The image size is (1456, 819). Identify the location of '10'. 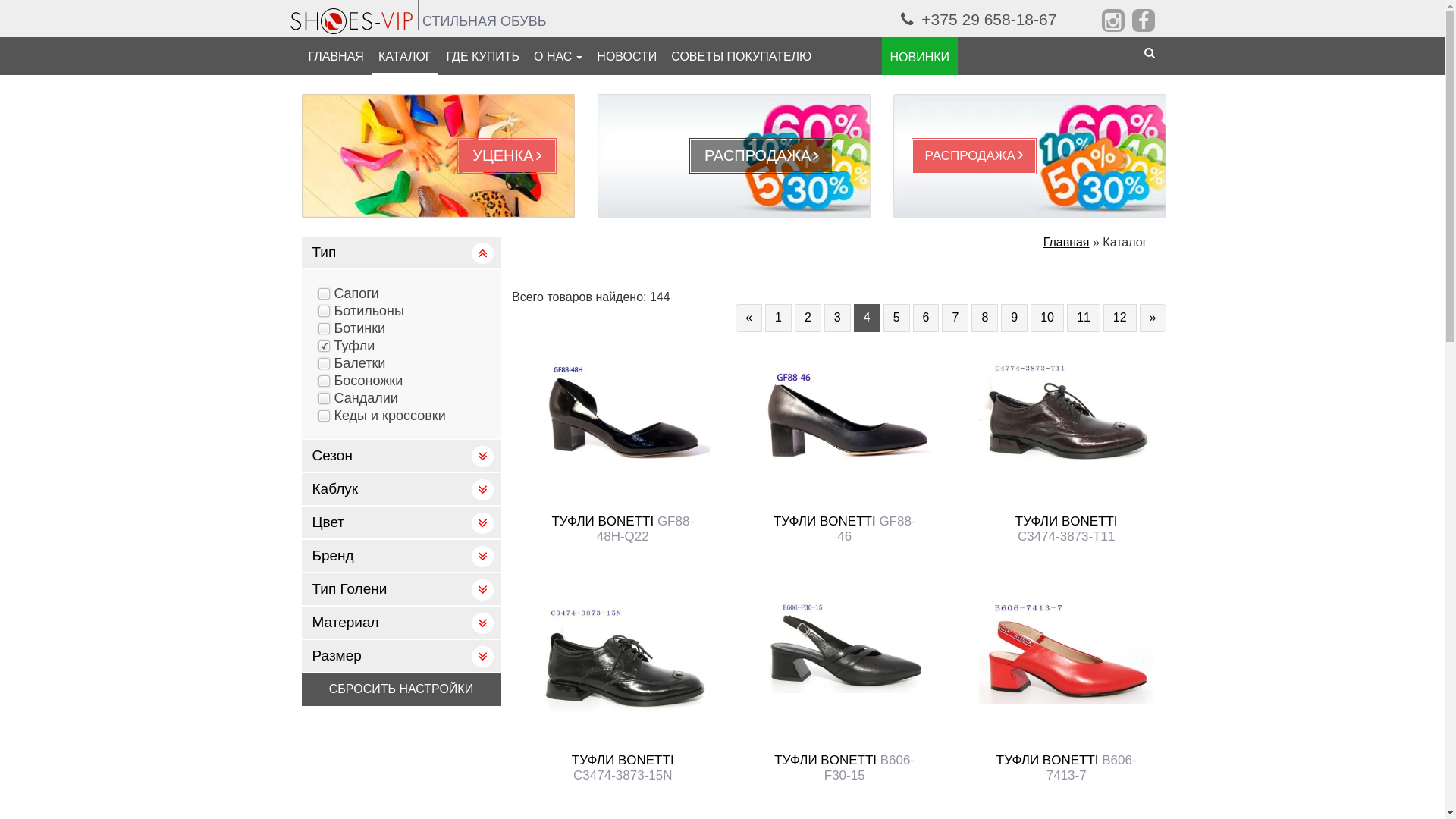
(1030, 317).